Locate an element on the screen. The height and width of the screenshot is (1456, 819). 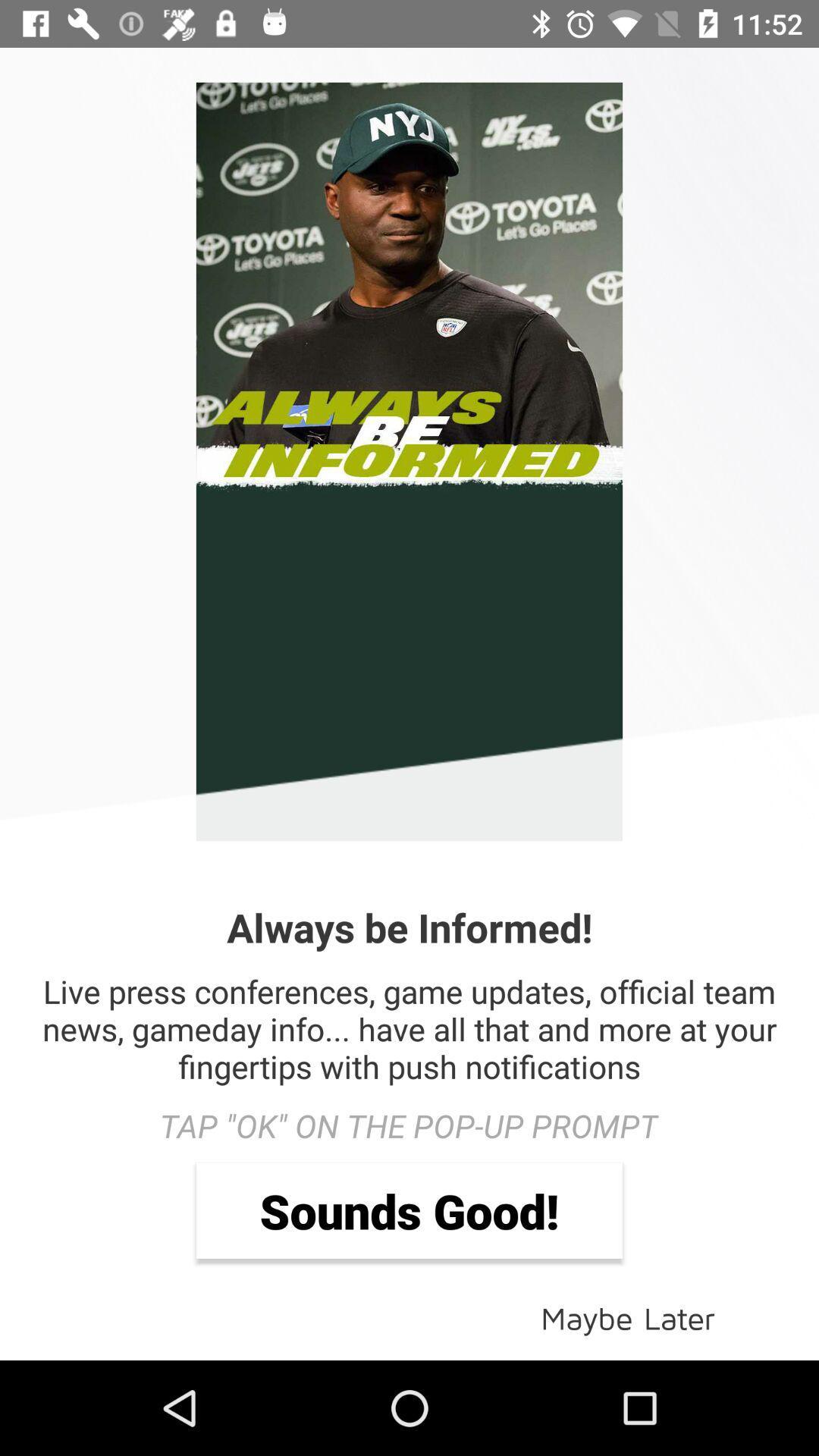
the maybe later icon is located at coordinates (628, 1316).